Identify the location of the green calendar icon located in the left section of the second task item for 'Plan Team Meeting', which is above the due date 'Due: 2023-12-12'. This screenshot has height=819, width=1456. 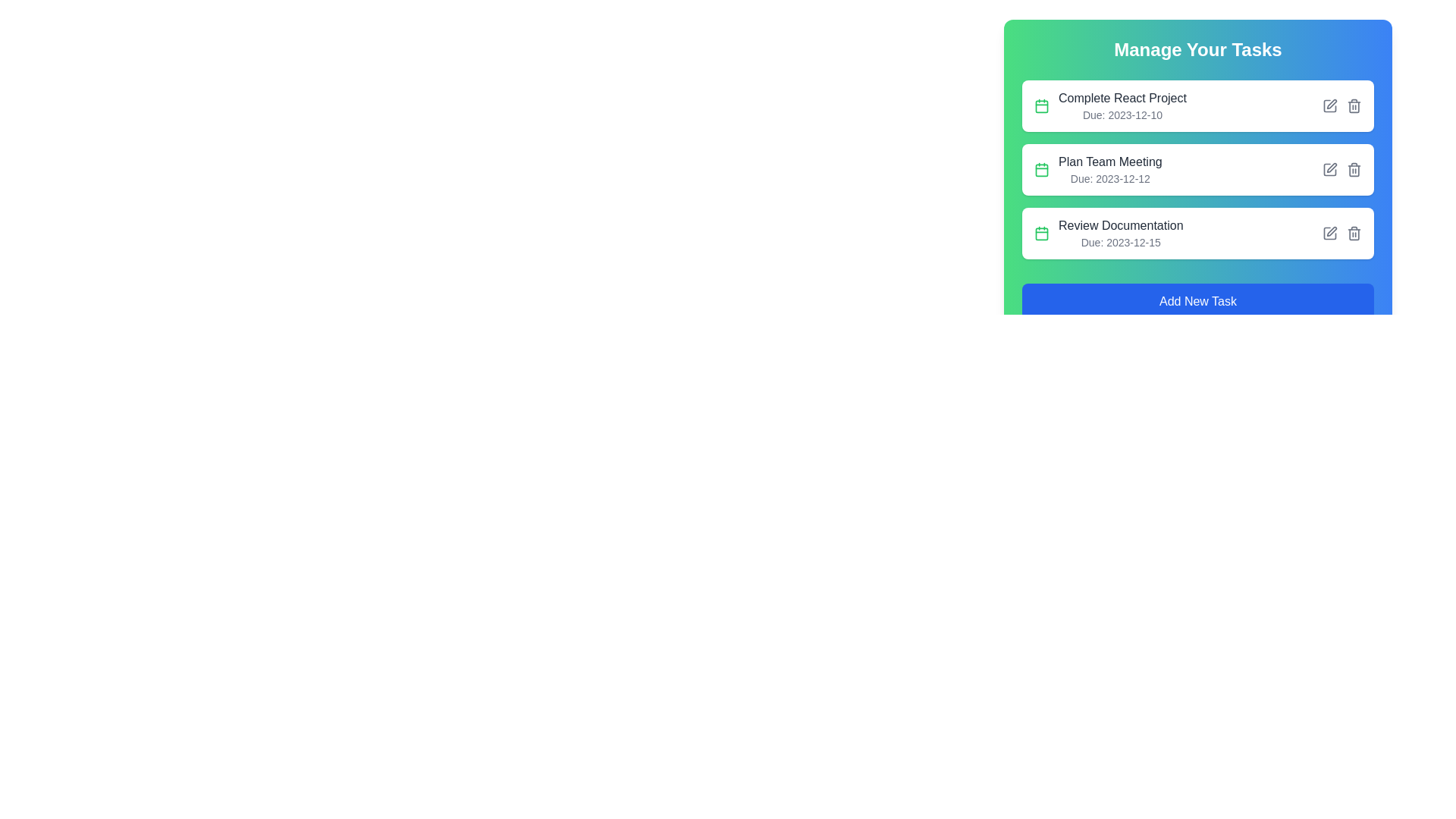
(1040, 169).